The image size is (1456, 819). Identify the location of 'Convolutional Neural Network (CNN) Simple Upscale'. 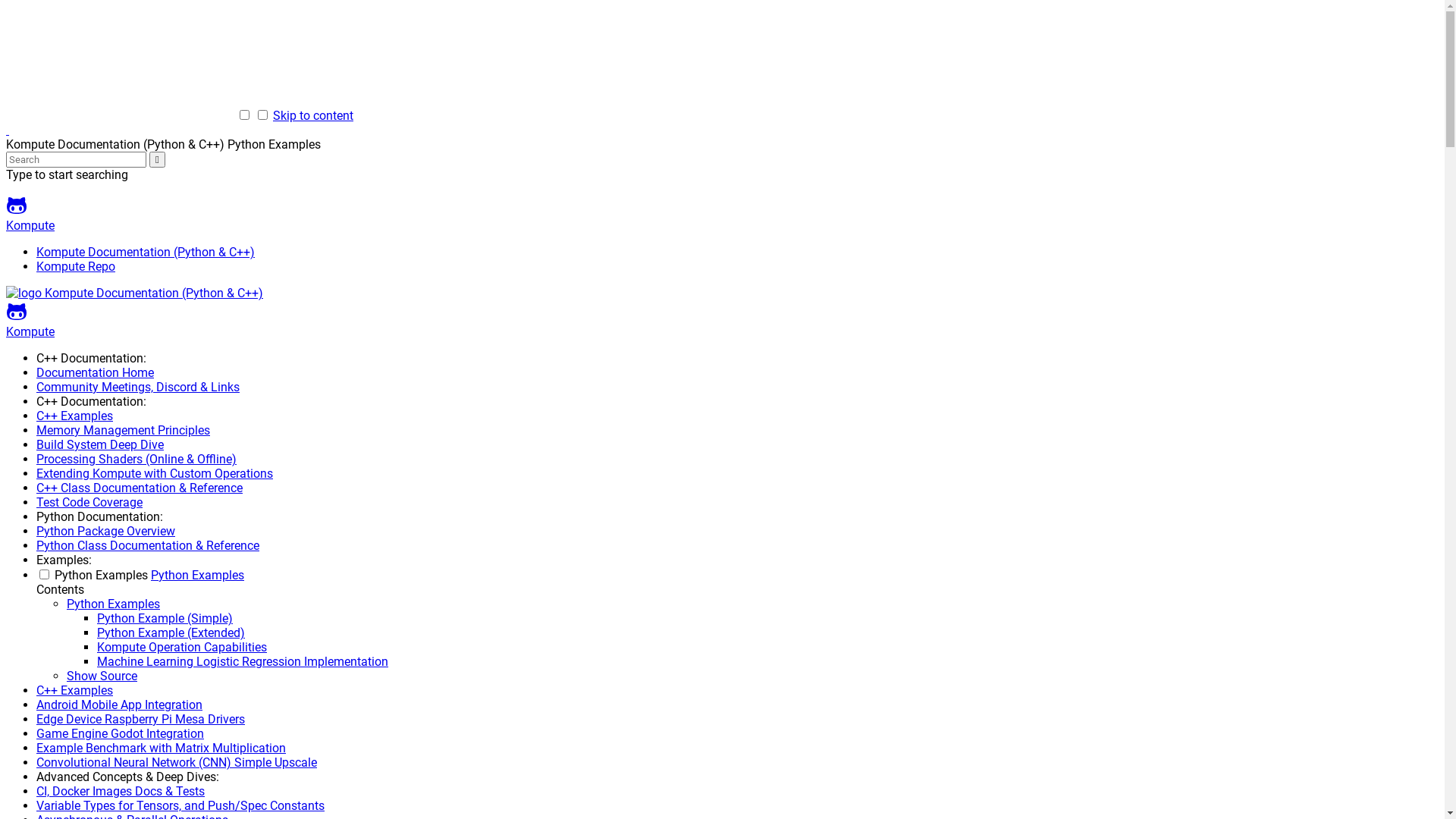
(177, 762).